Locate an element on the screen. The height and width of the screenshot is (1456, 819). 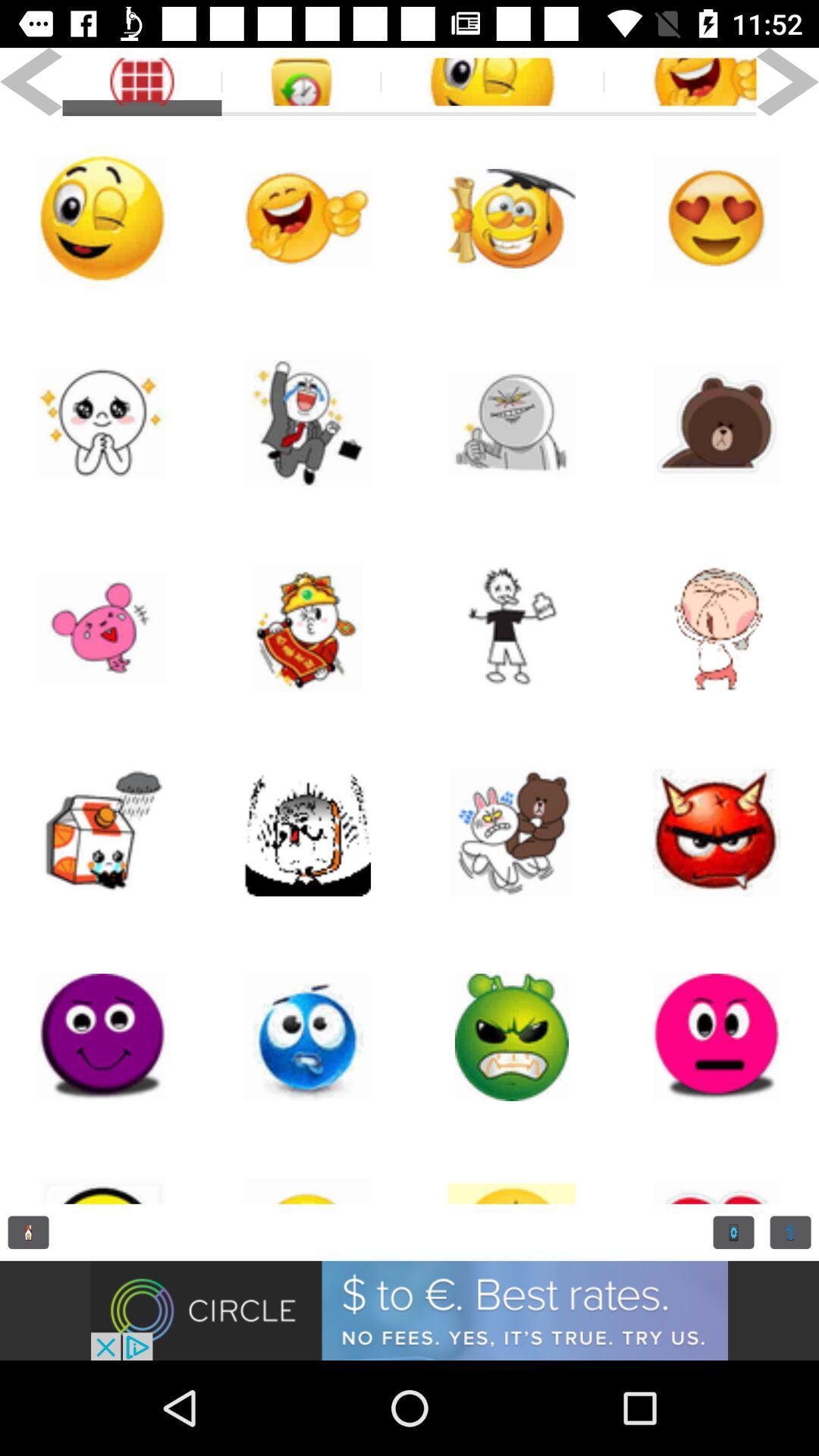
crying pictrue is located at coordinates (102, 422).